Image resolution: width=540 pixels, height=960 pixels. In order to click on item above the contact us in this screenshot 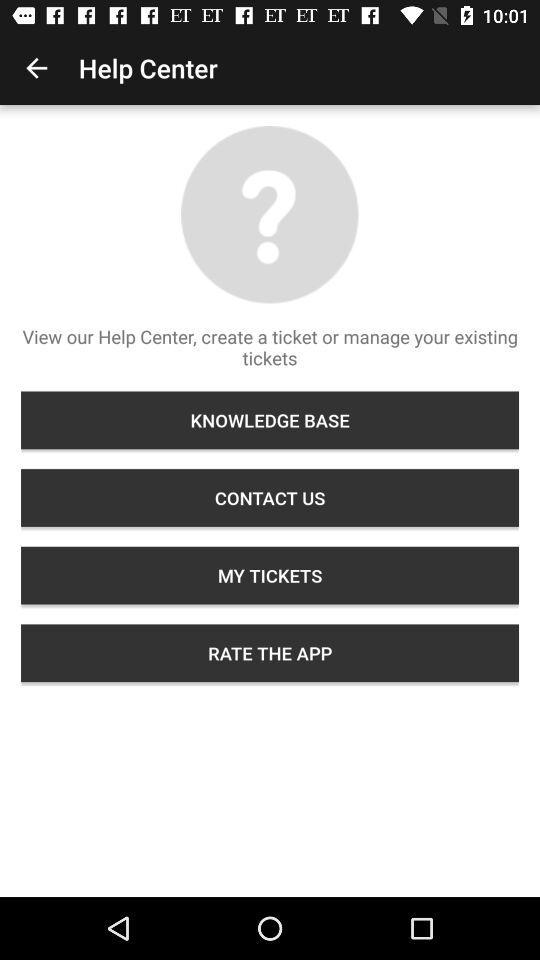, I will do `click(270, 419)`.